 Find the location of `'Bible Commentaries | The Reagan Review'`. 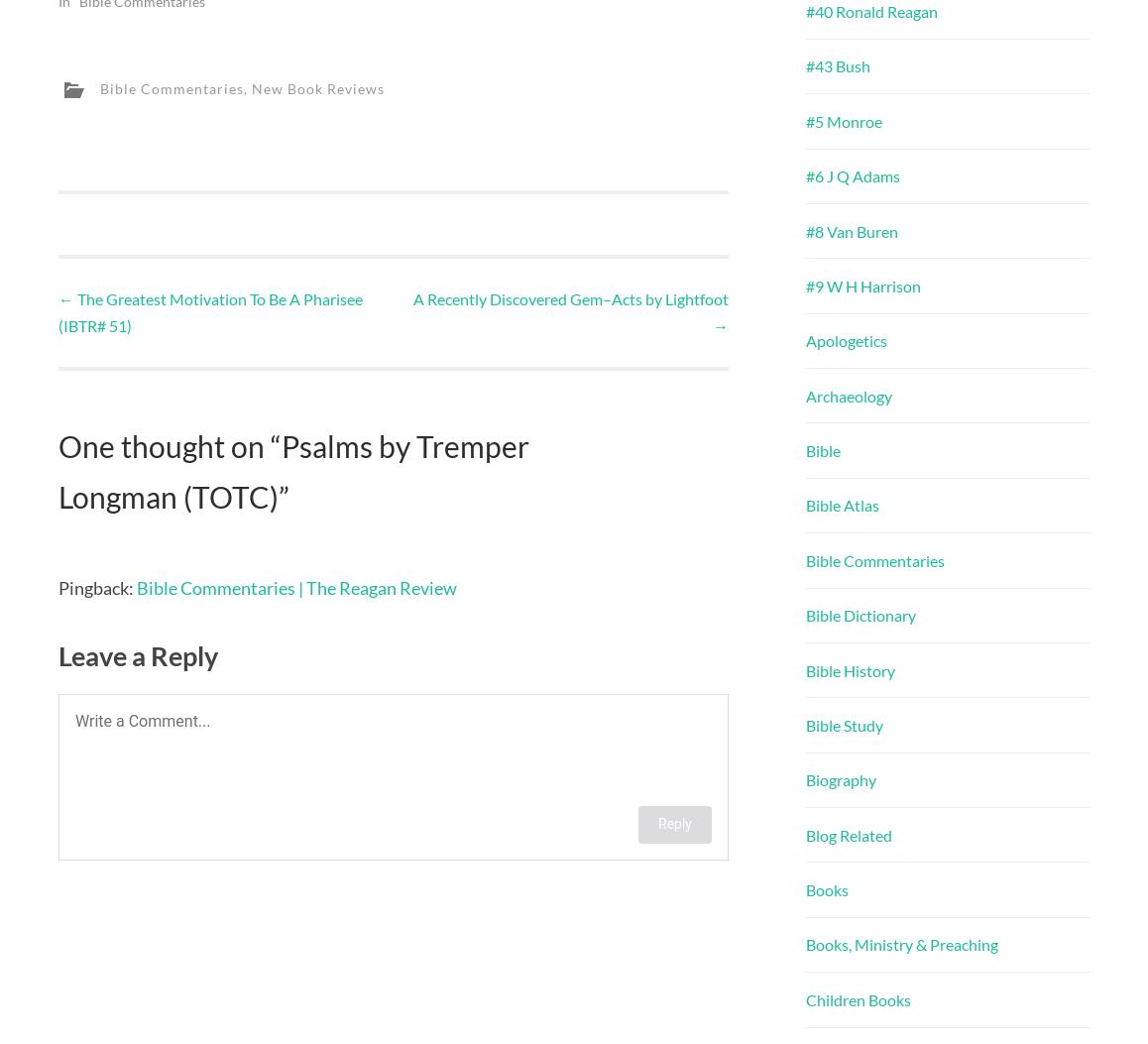

'Bible Commentaries | The Reagan Review' is located at coordinates (296, 586).